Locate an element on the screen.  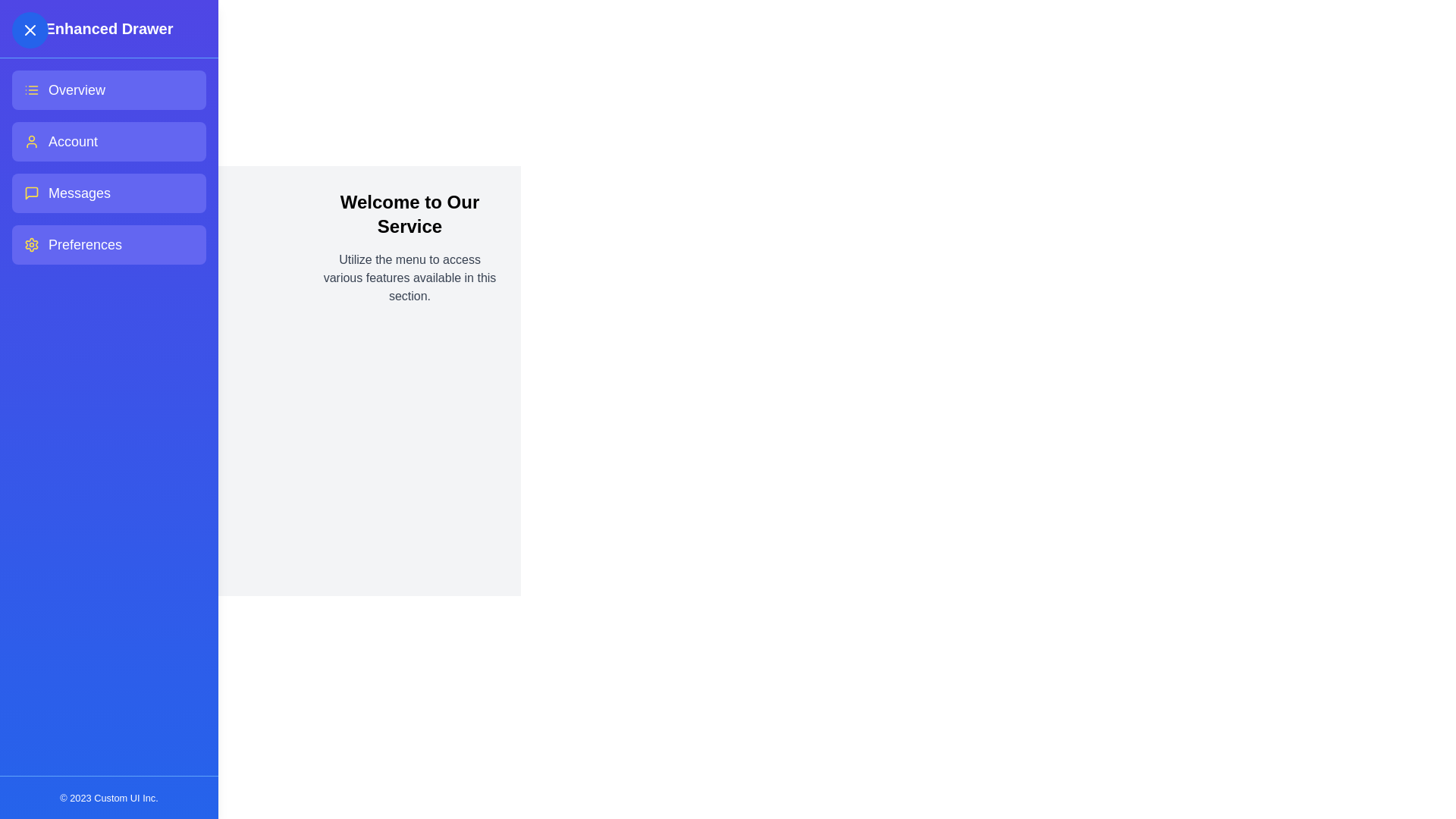
the Close Icon (small 'X' icon on a blue circular background) is located at coordinates (30, 30).